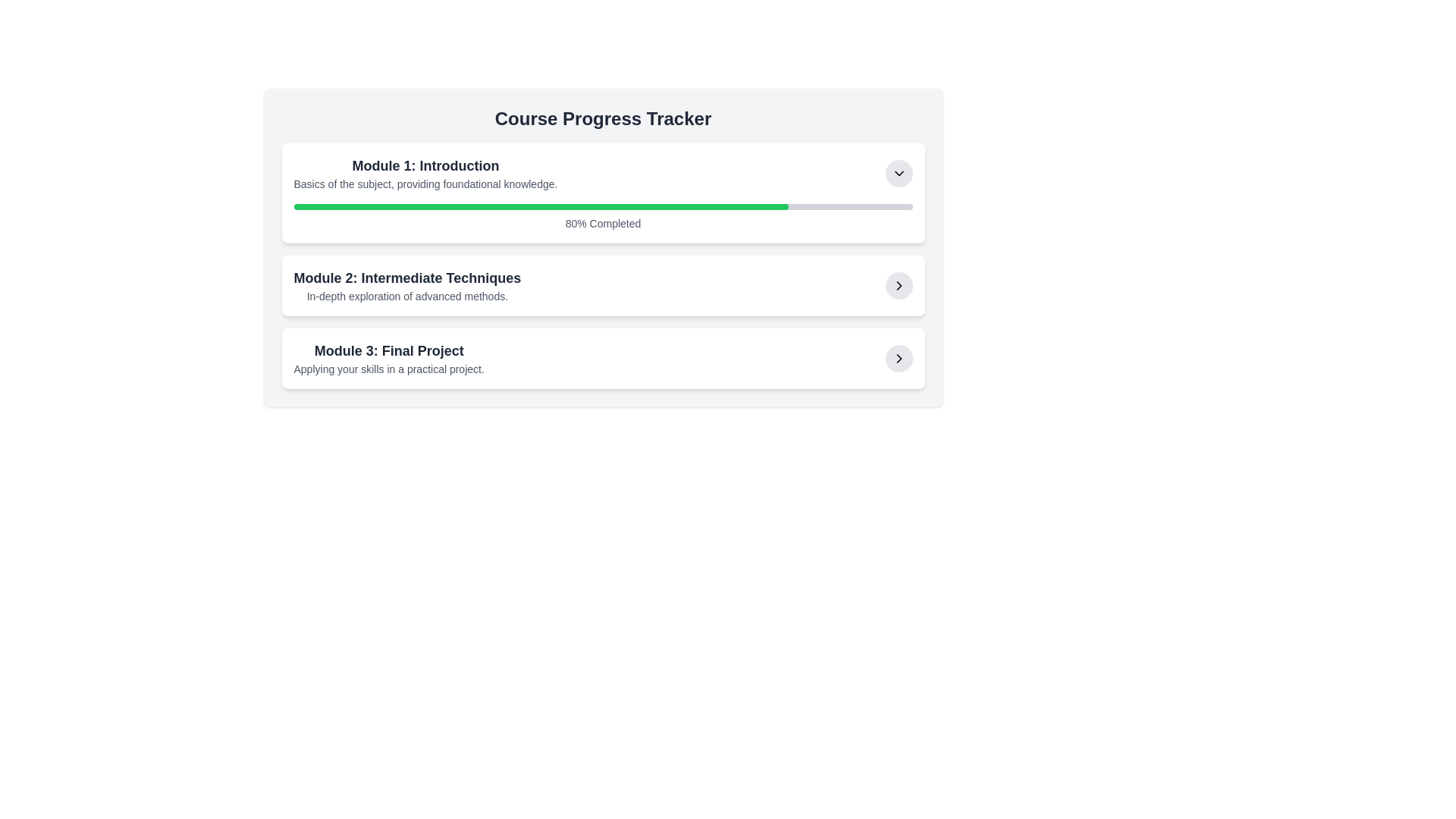 The height and width of the screenshot is (819, 1456). What do you see at coordinates (602, 286) in the screenshot?
I see `the second informational card in the course progress tracker for accessibility actions` at bounding box center [602, 286].